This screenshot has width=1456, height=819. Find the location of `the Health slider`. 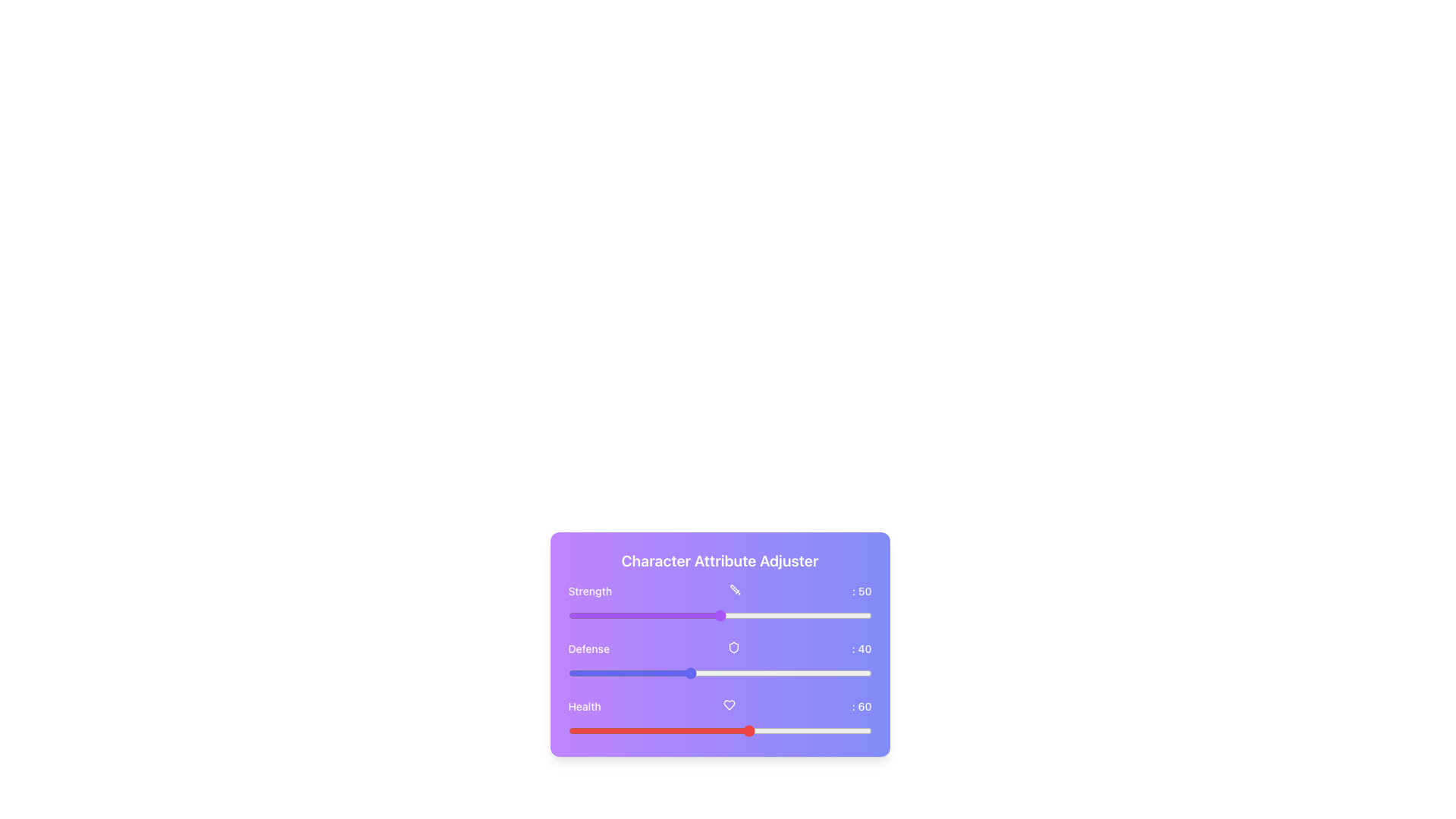

the Health slider is located at coordinates (629, 730).